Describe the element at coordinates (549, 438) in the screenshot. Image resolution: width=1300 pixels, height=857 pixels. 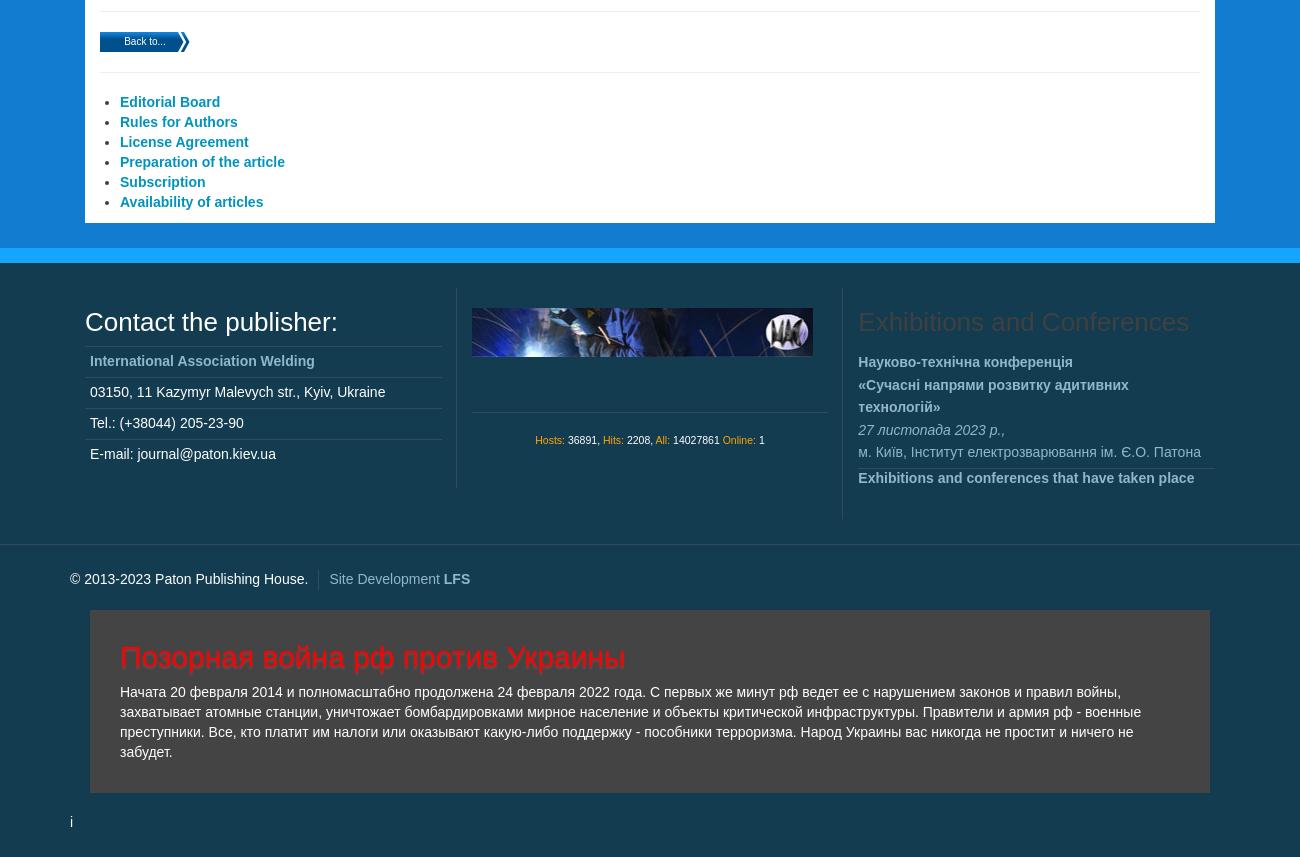
I see `'Hosts:'` at that location.